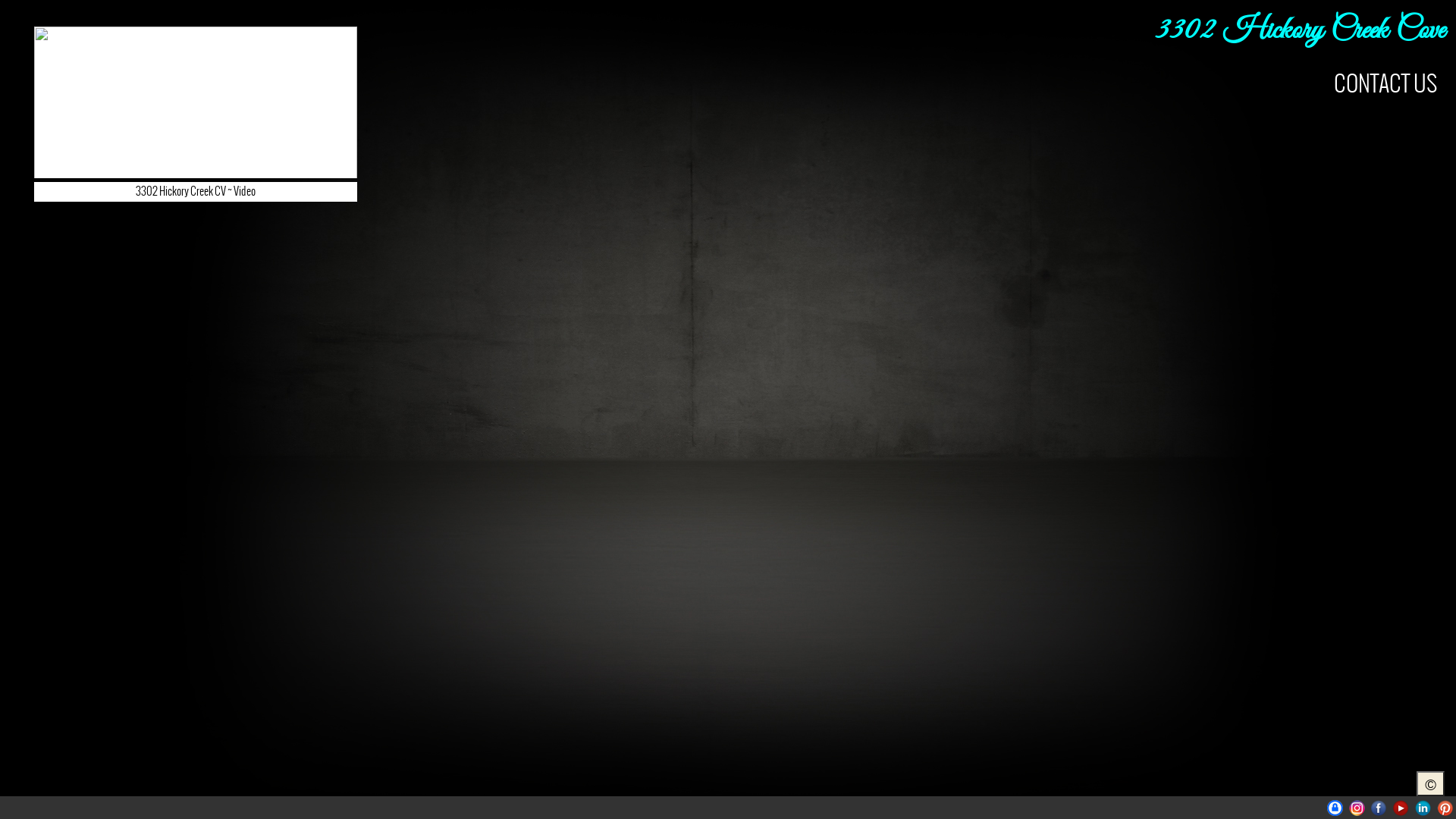 This screenshot has width=1456, height=819. What do you see at coordinates (1335, 807) in the screenshot?
I see `'UniqueAustinProperties | BrianLanglois'` at bounding box center [1335, 807].